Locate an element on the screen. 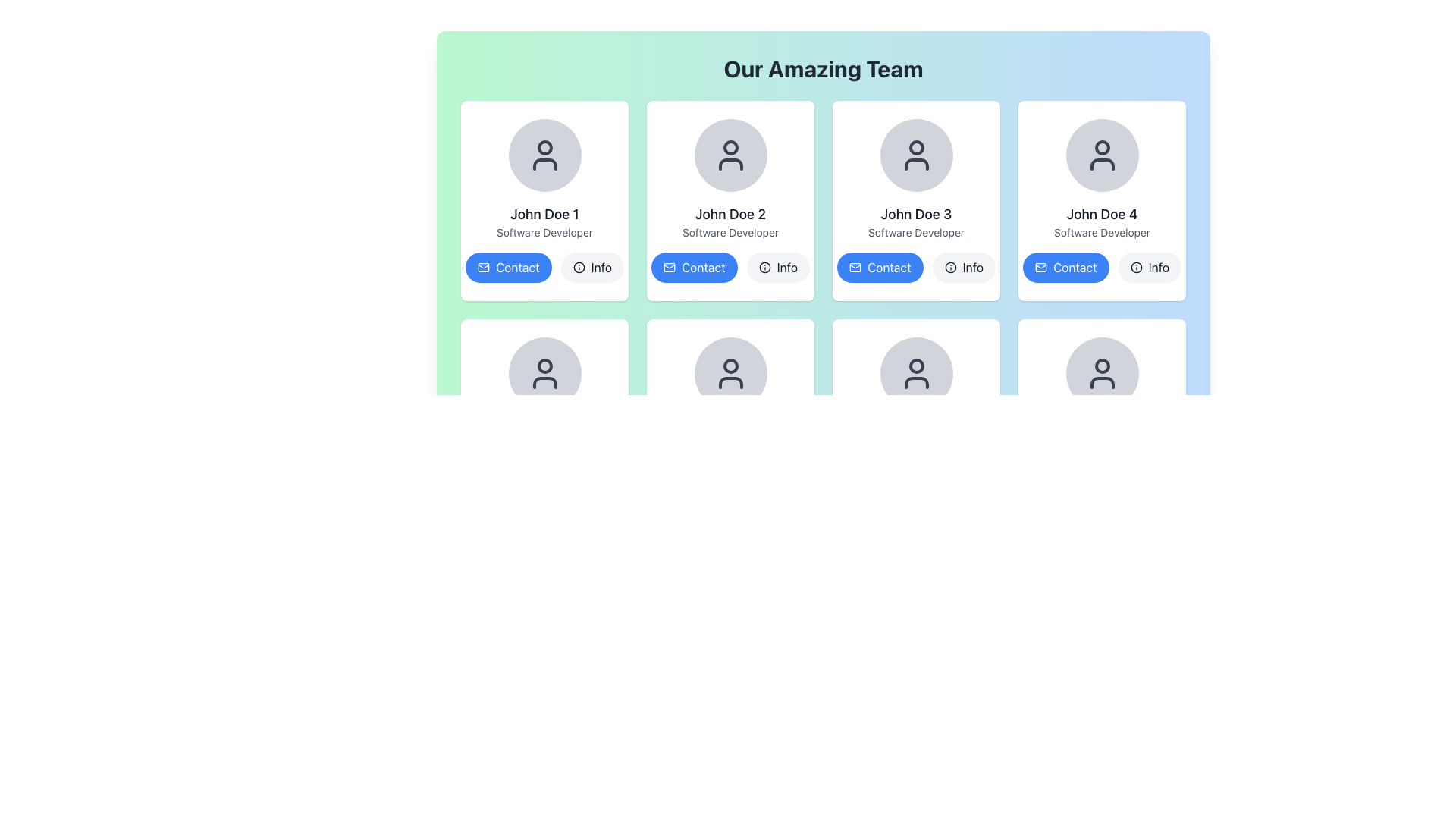 The height and width of the screenshot is (819, 1456). the black mail icon within the blue 'Contact' button located below the card for 'John Doe 4 - Software Developer' in the fourth column of the team grid layout is located at coordinates (1040, 267).